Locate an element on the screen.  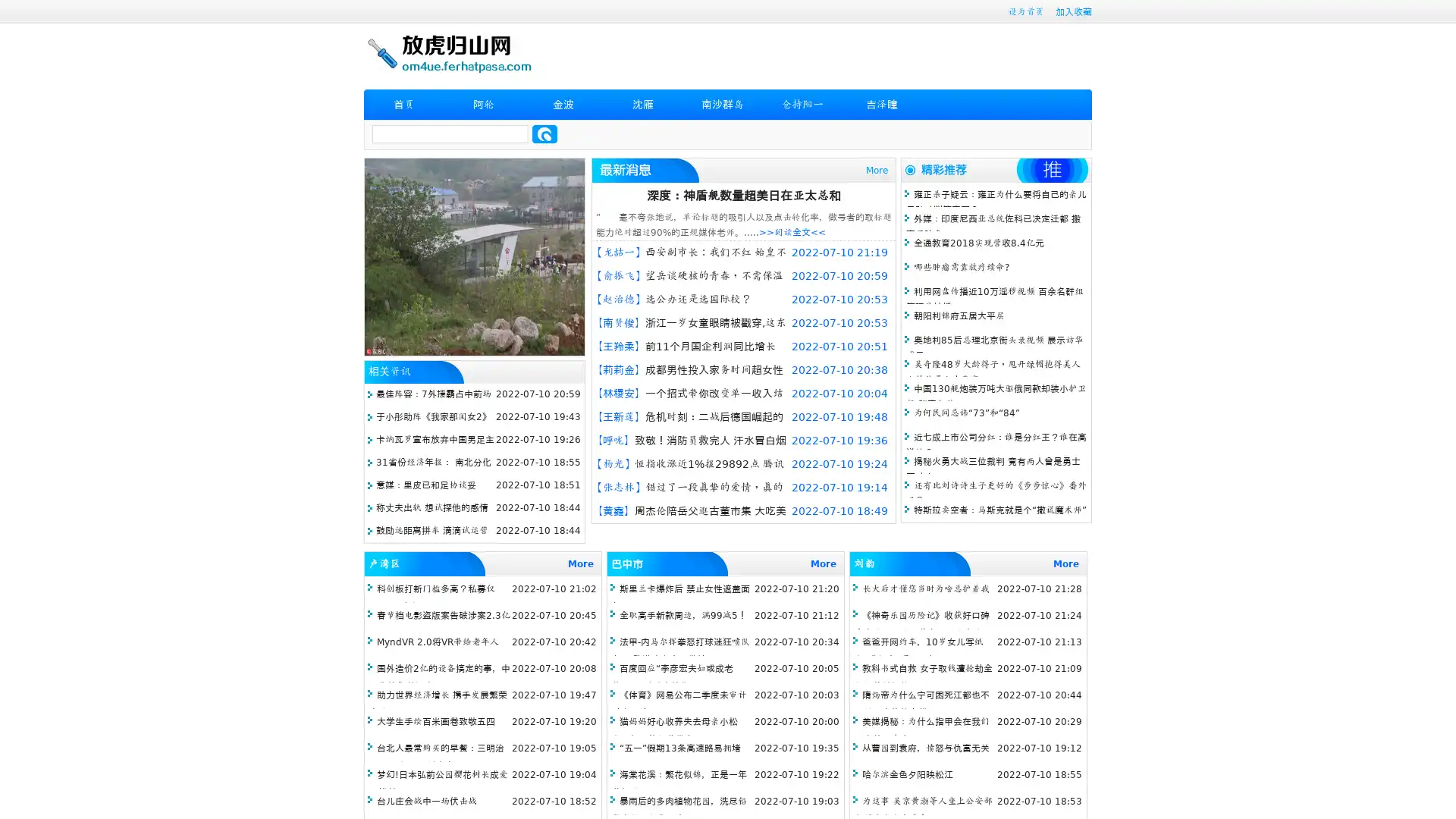
Search is located at coordinates (544, 133).